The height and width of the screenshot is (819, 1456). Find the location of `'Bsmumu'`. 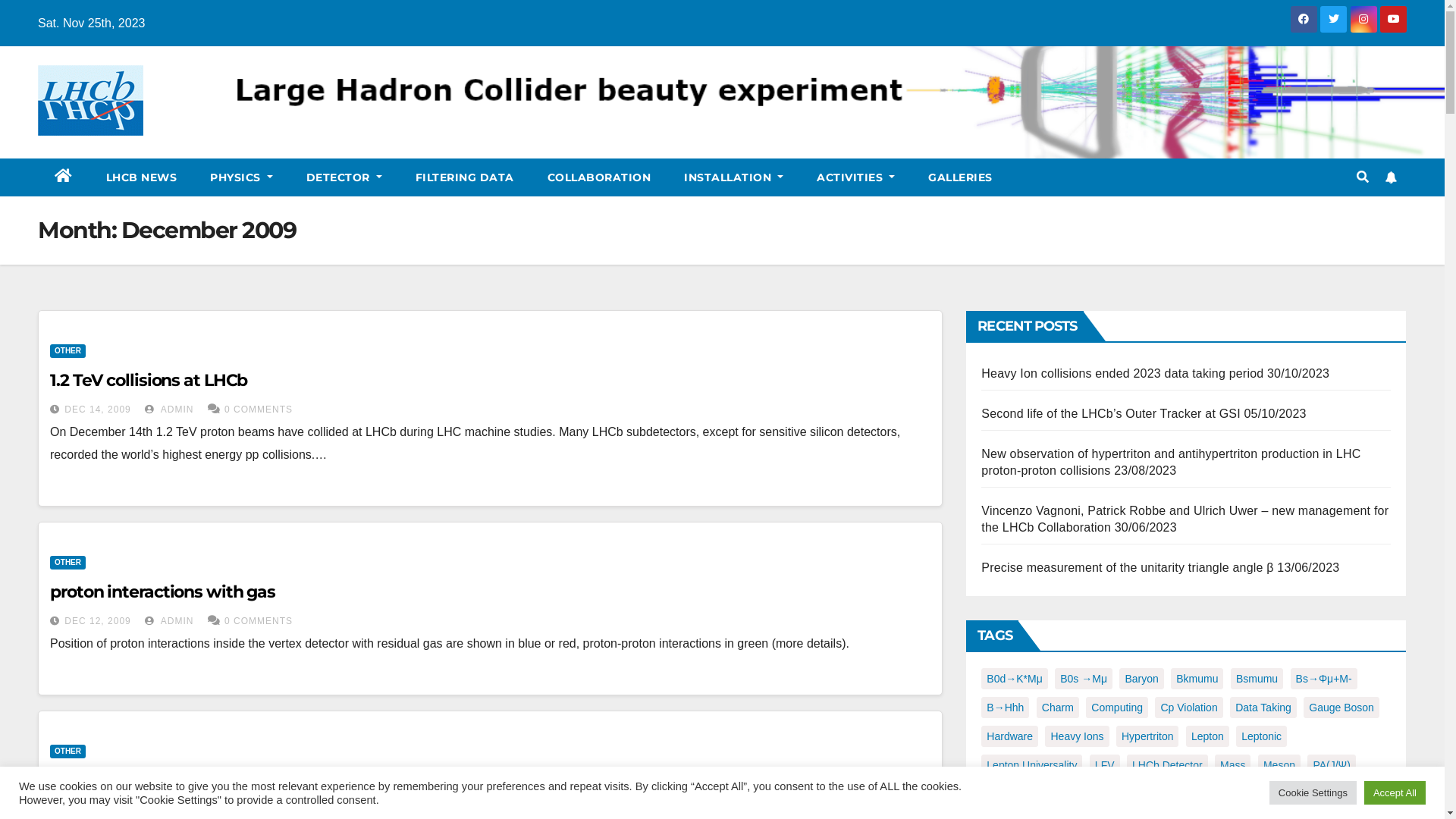

'Bsmumu' is located at coordinates (1230, 677).